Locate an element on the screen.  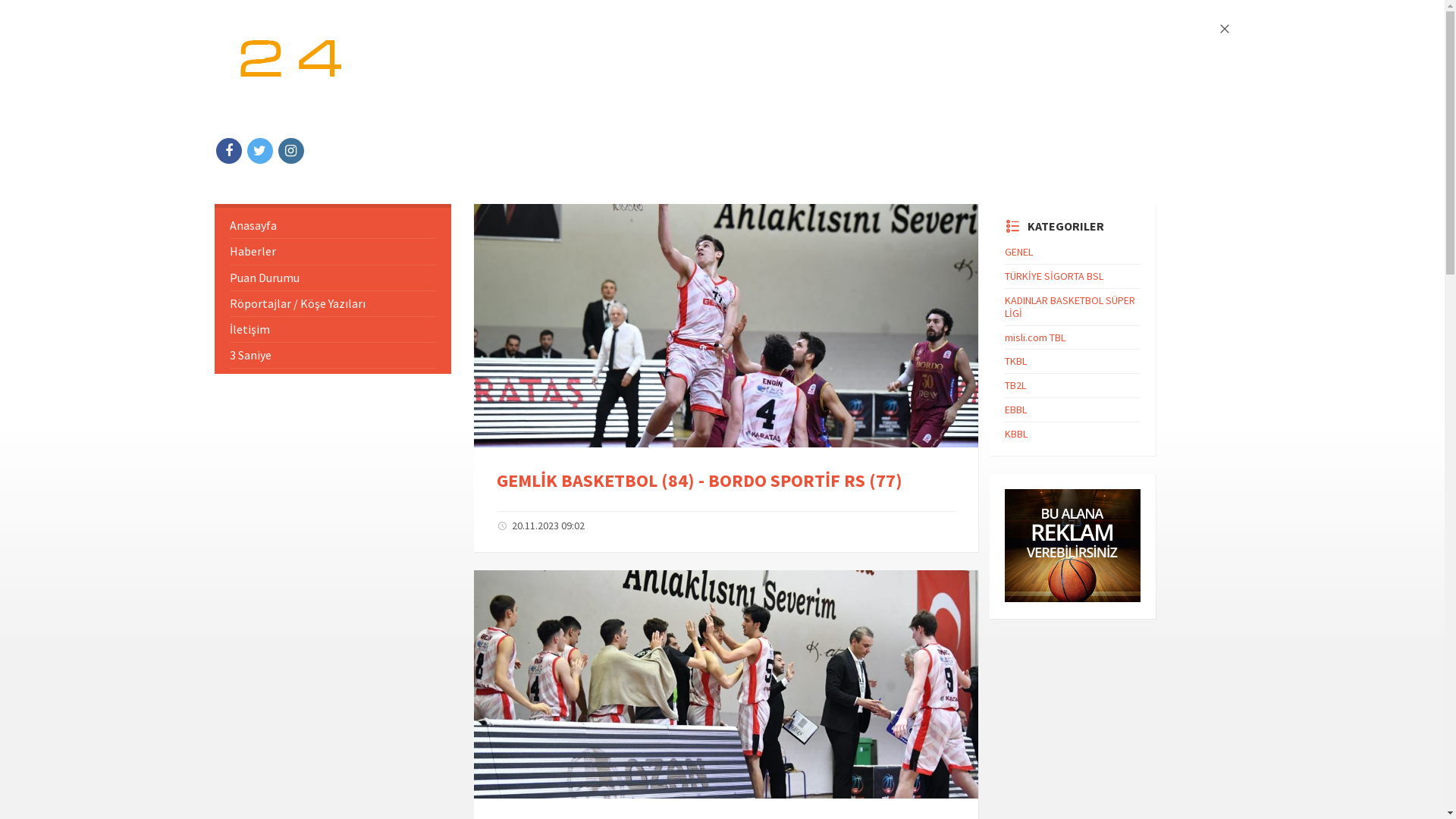
'3 Saniye' is located at coordinates (331, 355).